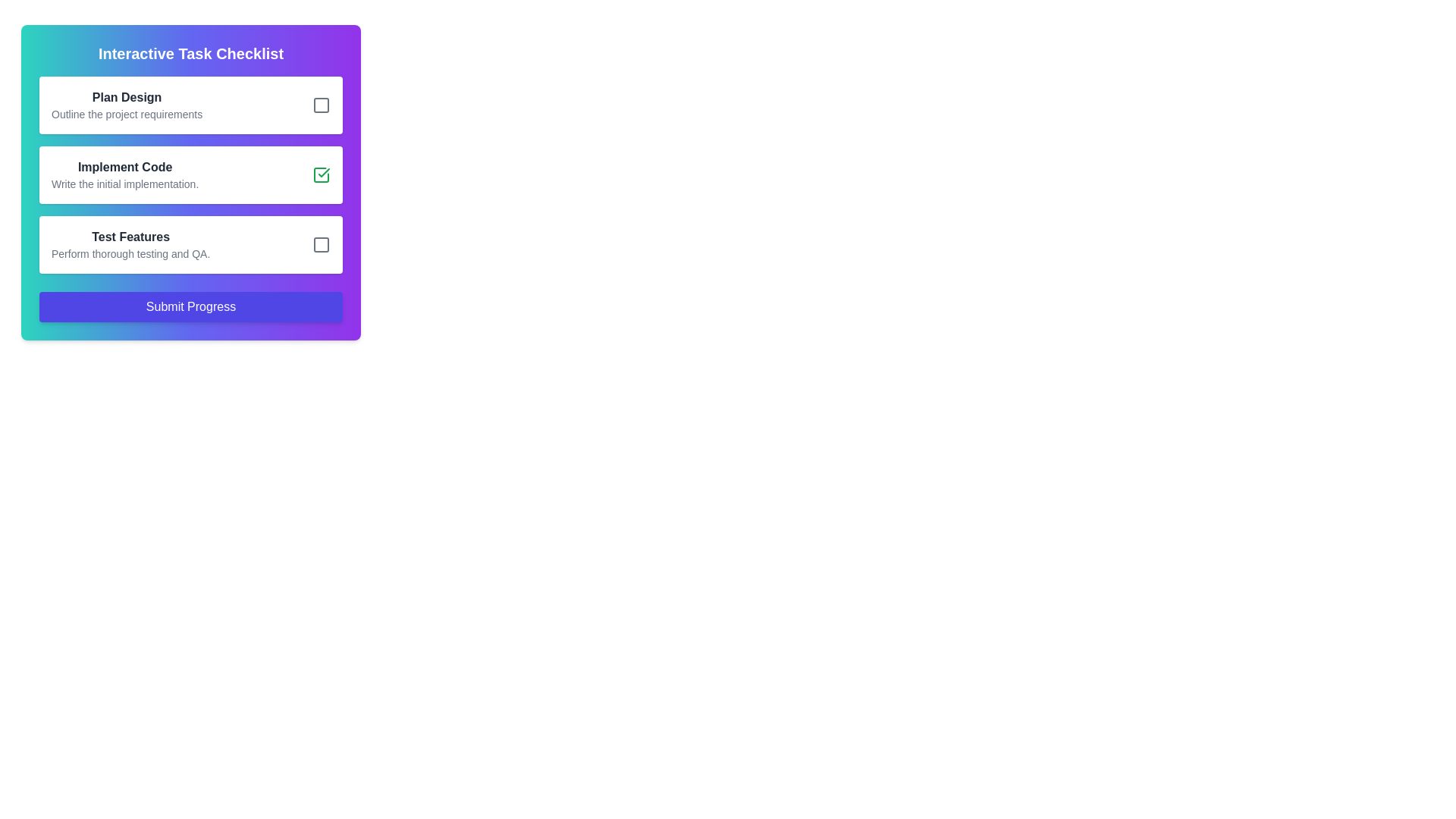  I want to click on the checkbox icon, so click(320, 174).